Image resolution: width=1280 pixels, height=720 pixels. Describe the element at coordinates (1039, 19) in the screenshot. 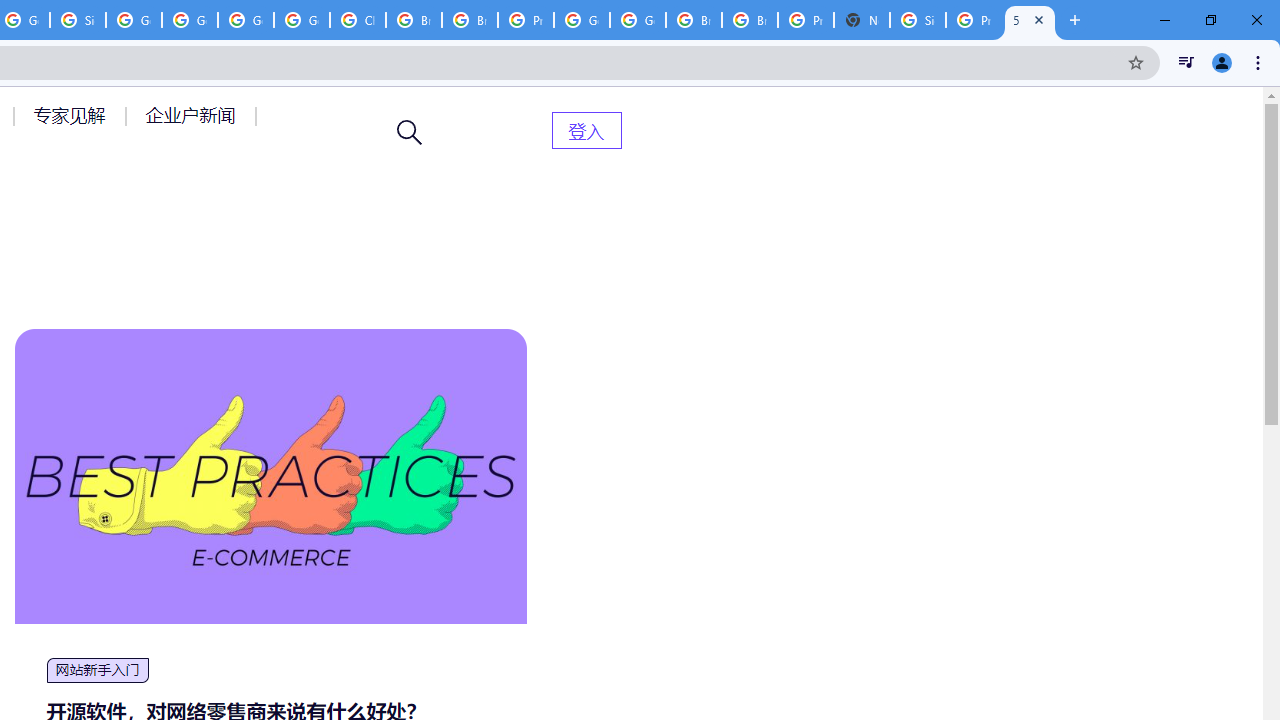

I see `'Close'` at that location.